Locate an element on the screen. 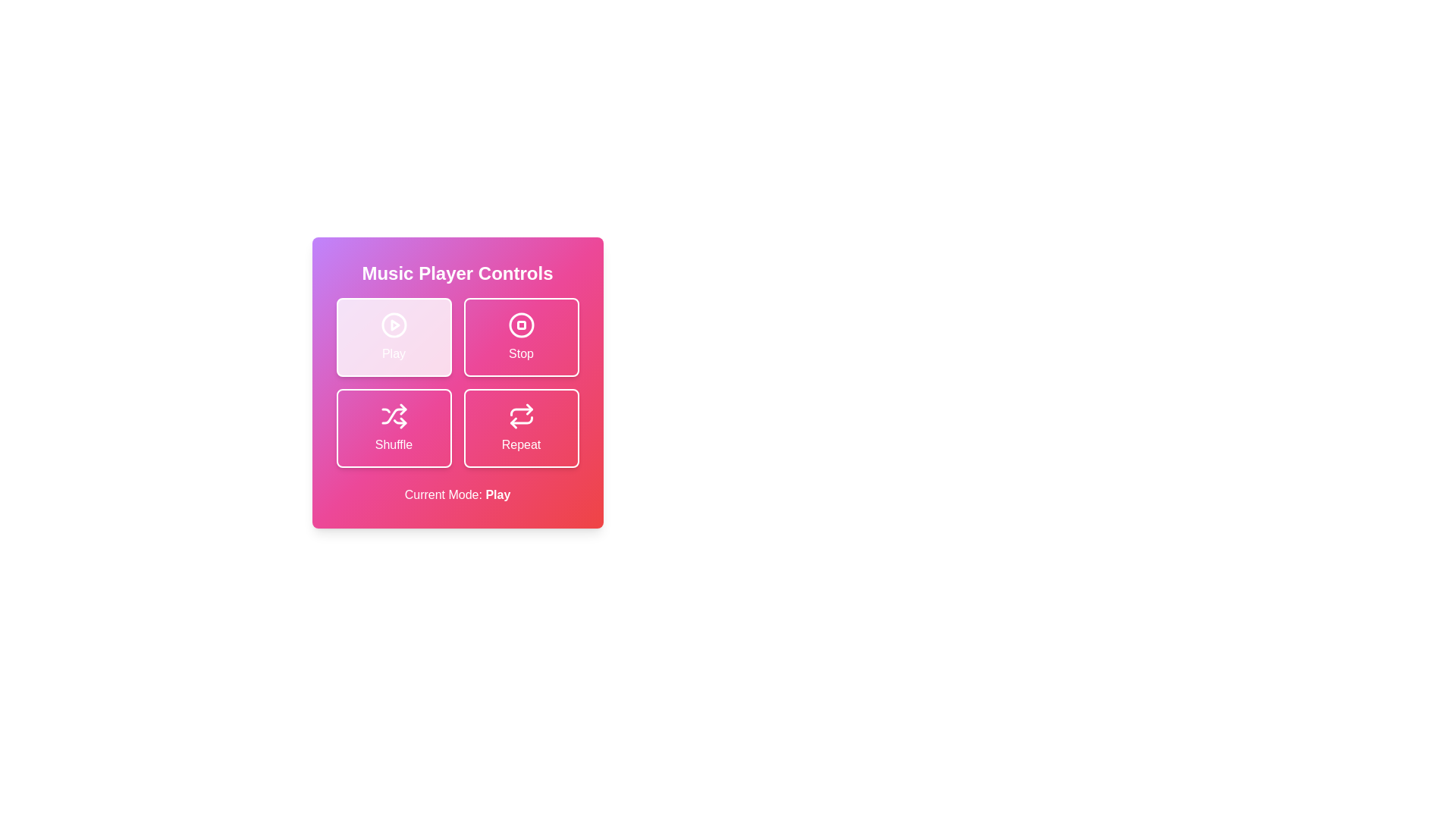 The width and height of the screenshot is (1456, 819). the Stop button to observe its hover effect is located at coordinates (521, 336).